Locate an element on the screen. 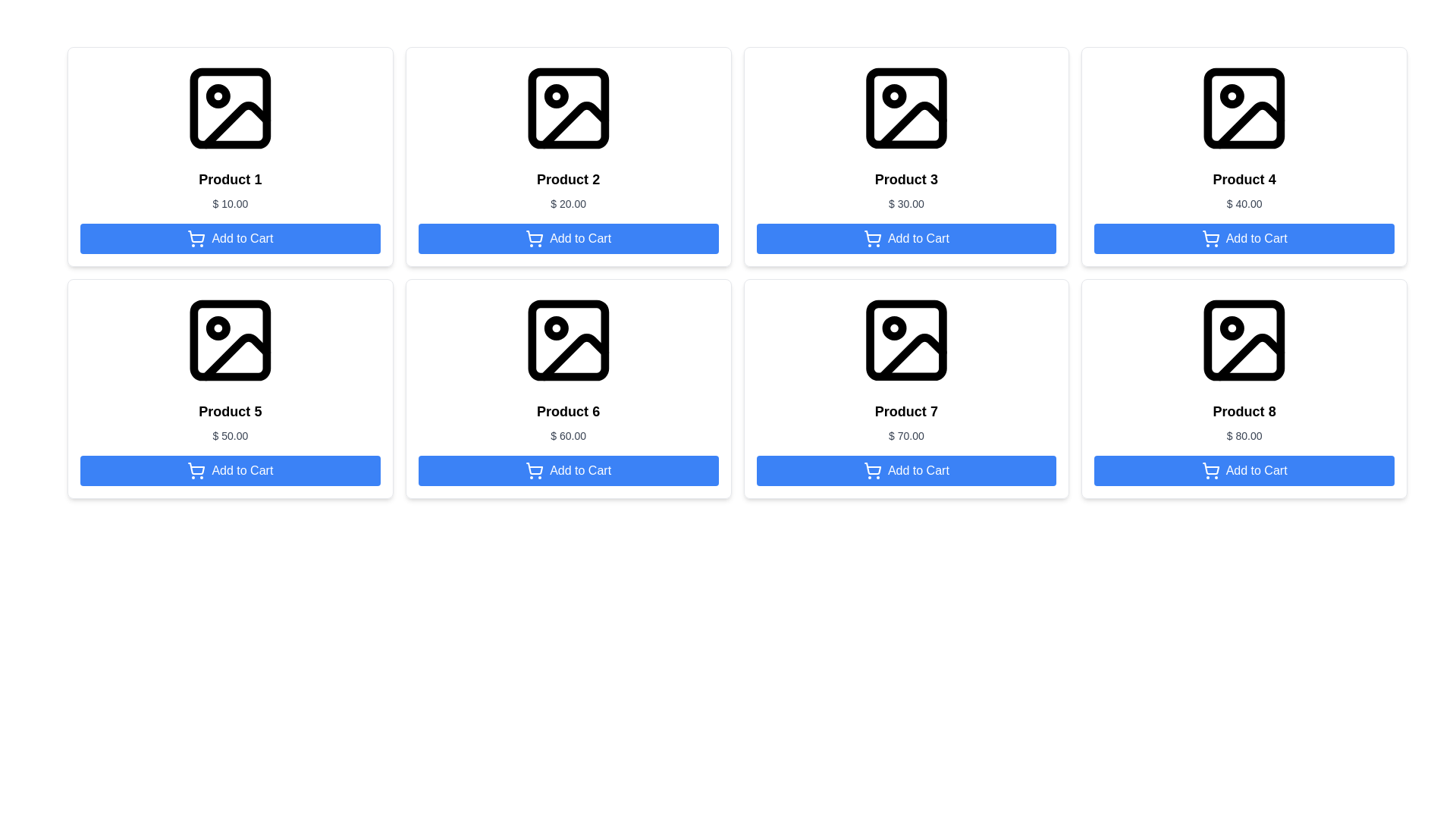  the shopping cart icon located inside the 'Add to Cart' button of the product card labeled 'Product 6', which is priced at $60 is located at coordinates (535, 468).